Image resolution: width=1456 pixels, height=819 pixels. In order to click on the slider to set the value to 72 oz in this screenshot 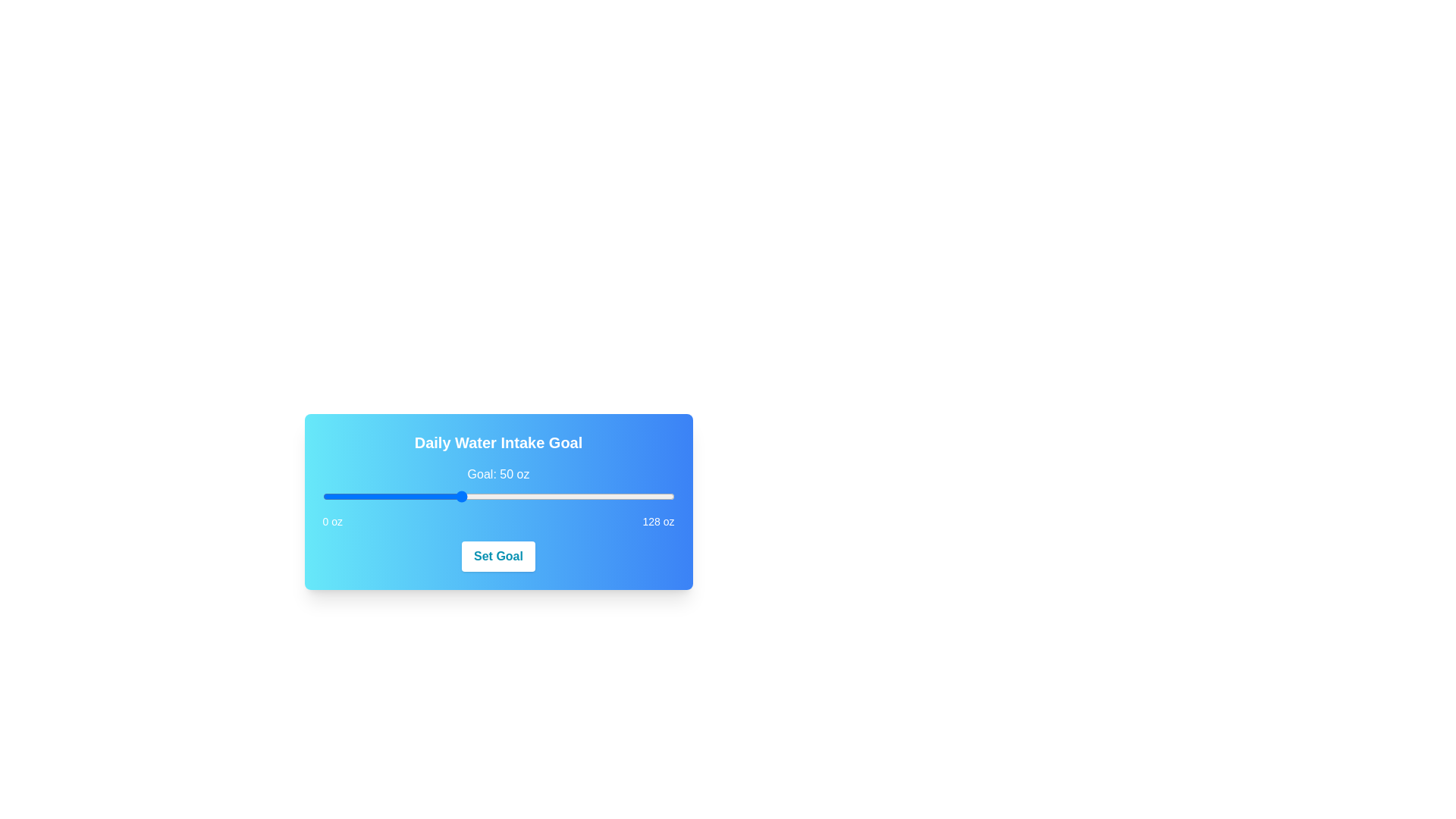, I will do `click(520, 497)`.